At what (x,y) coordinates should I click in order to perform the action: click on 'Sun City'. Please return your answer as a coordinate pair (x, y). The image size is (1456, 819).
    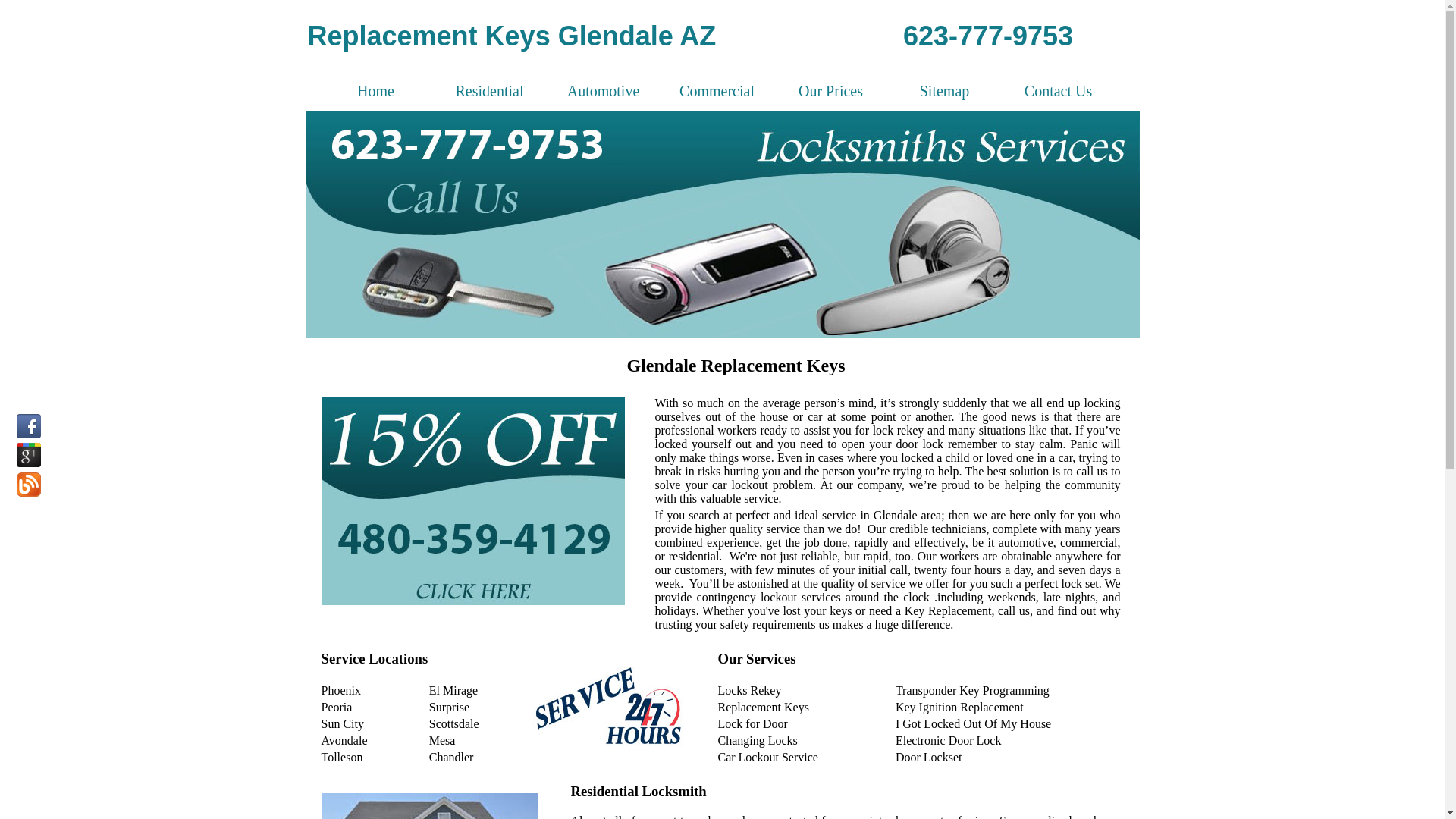
    Looking at the image, I should click on (320, 723).